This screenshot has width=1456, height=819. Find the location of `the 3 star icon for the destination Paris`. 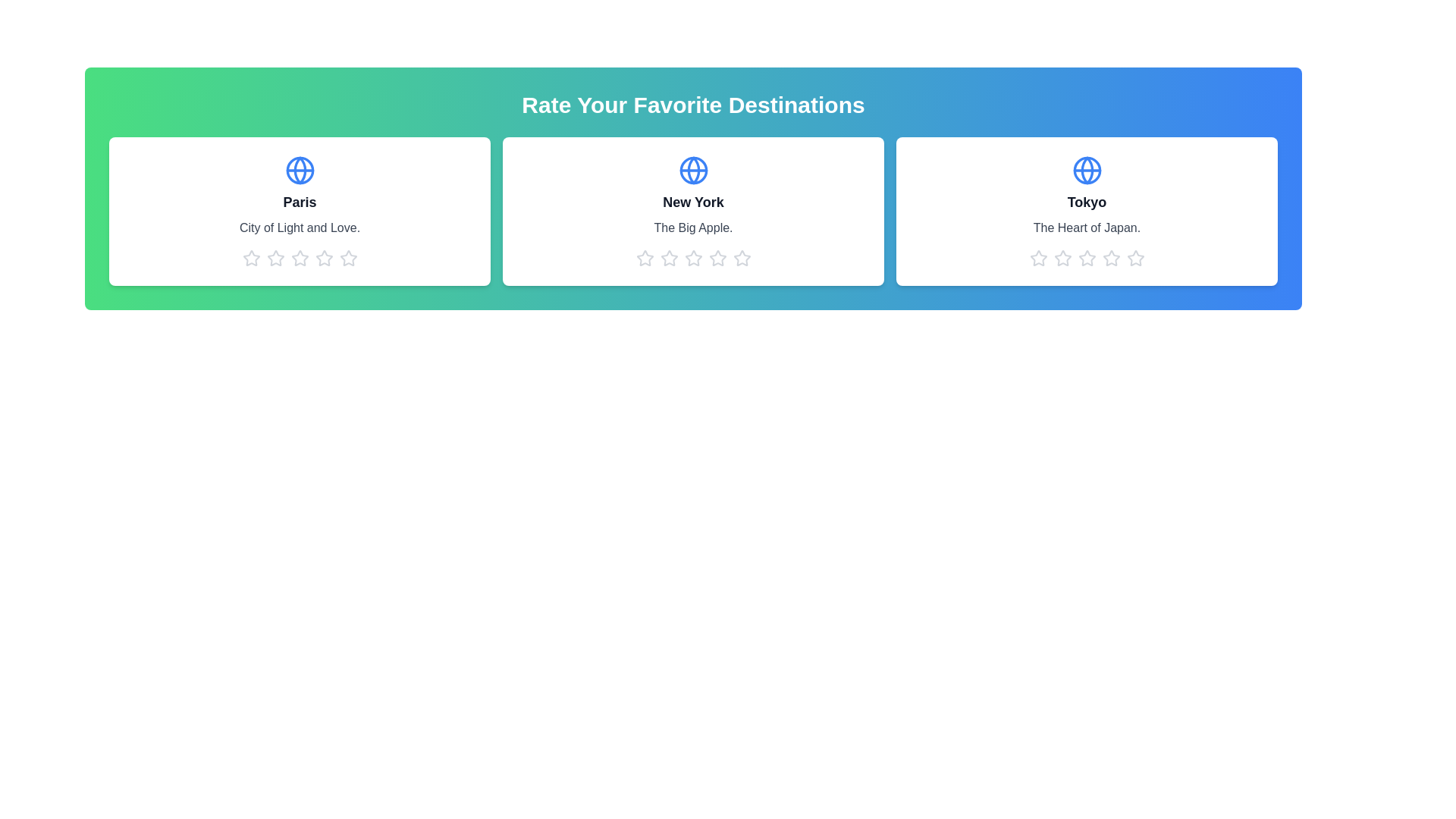

the 3 star icon for the destination Paris is located at coordinates (300, 257).